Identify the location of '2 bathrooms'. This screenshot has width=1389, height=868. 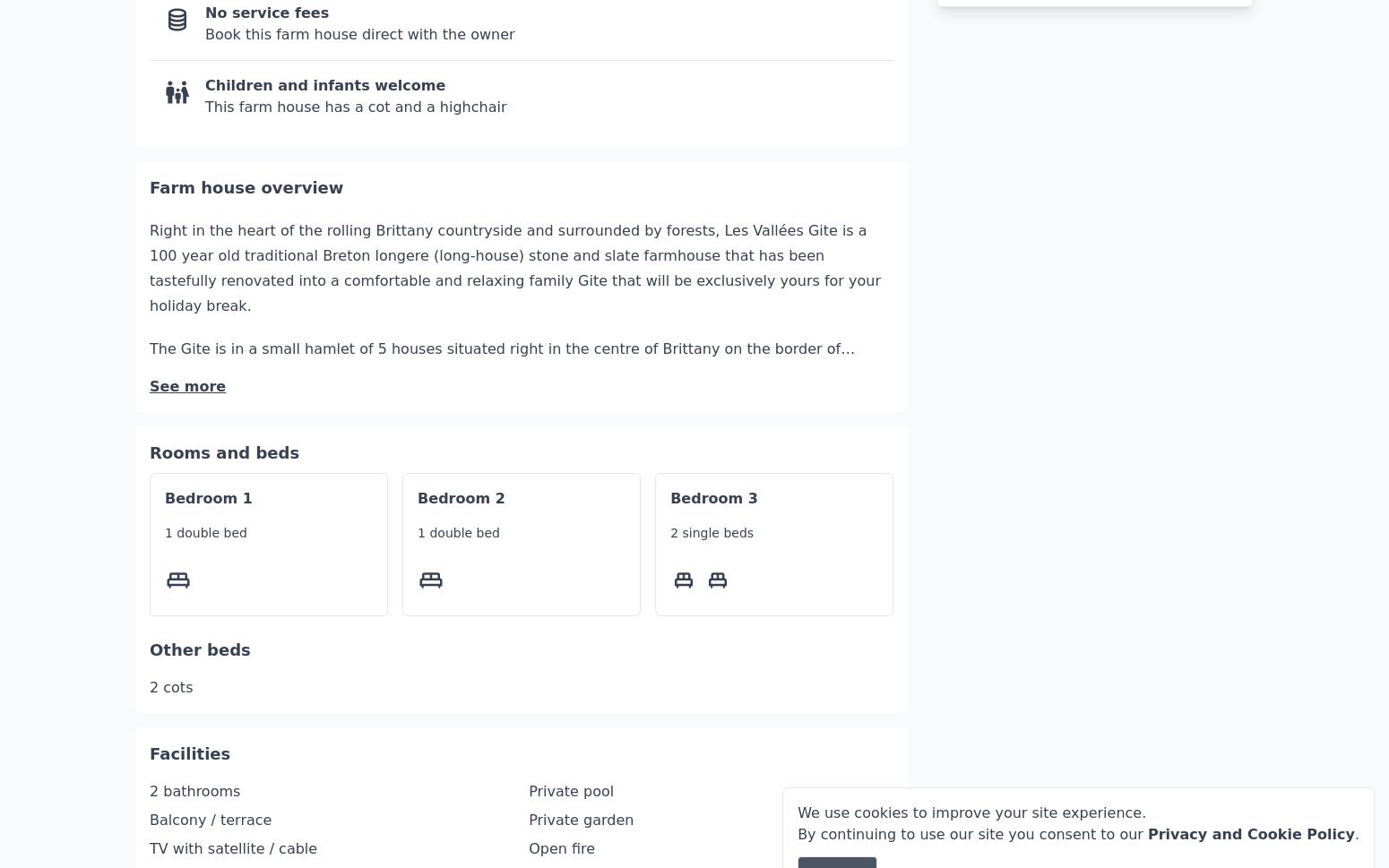
(194, 737).